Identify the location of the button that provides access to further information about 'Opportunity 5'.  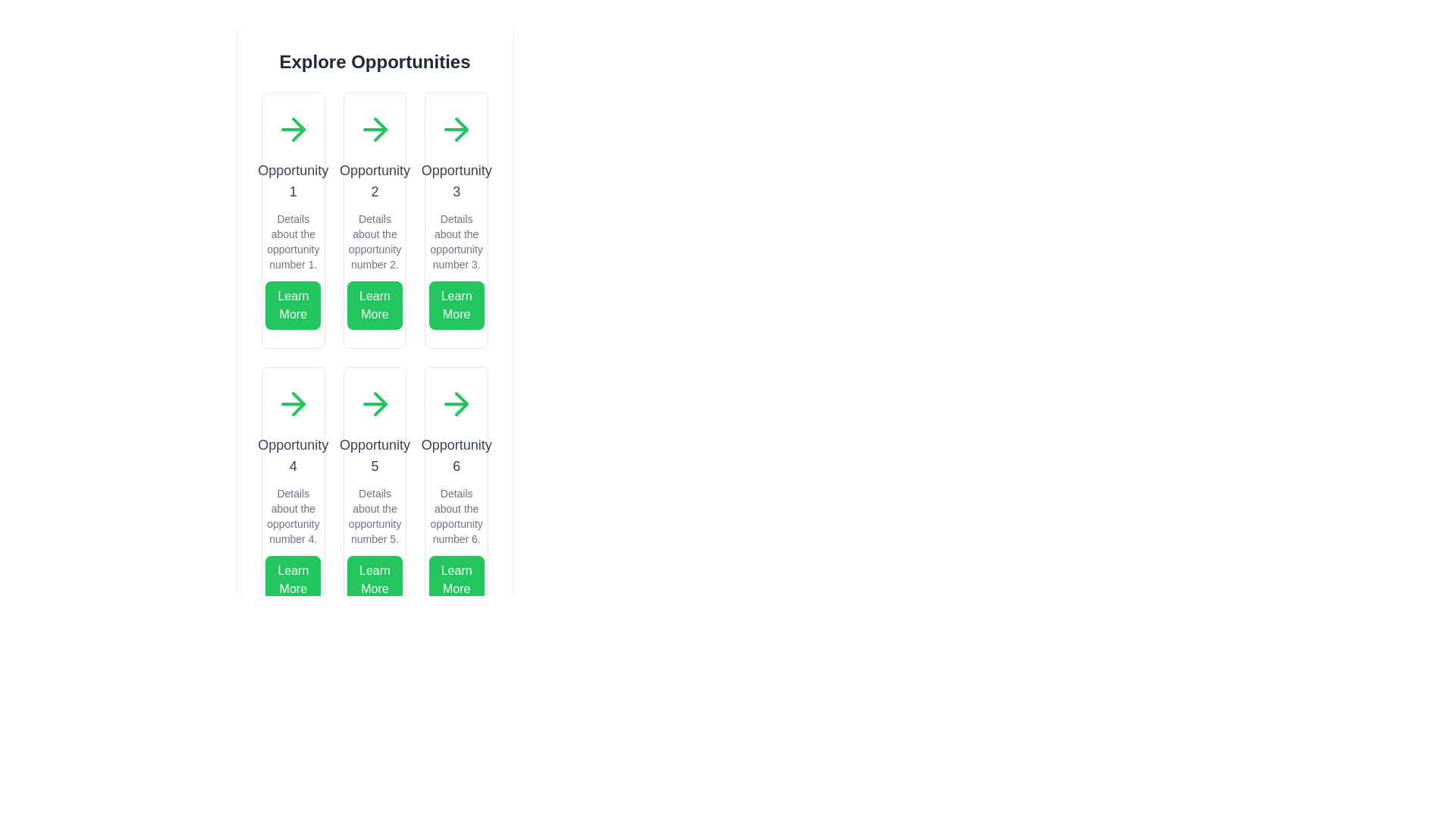
(375, 579).